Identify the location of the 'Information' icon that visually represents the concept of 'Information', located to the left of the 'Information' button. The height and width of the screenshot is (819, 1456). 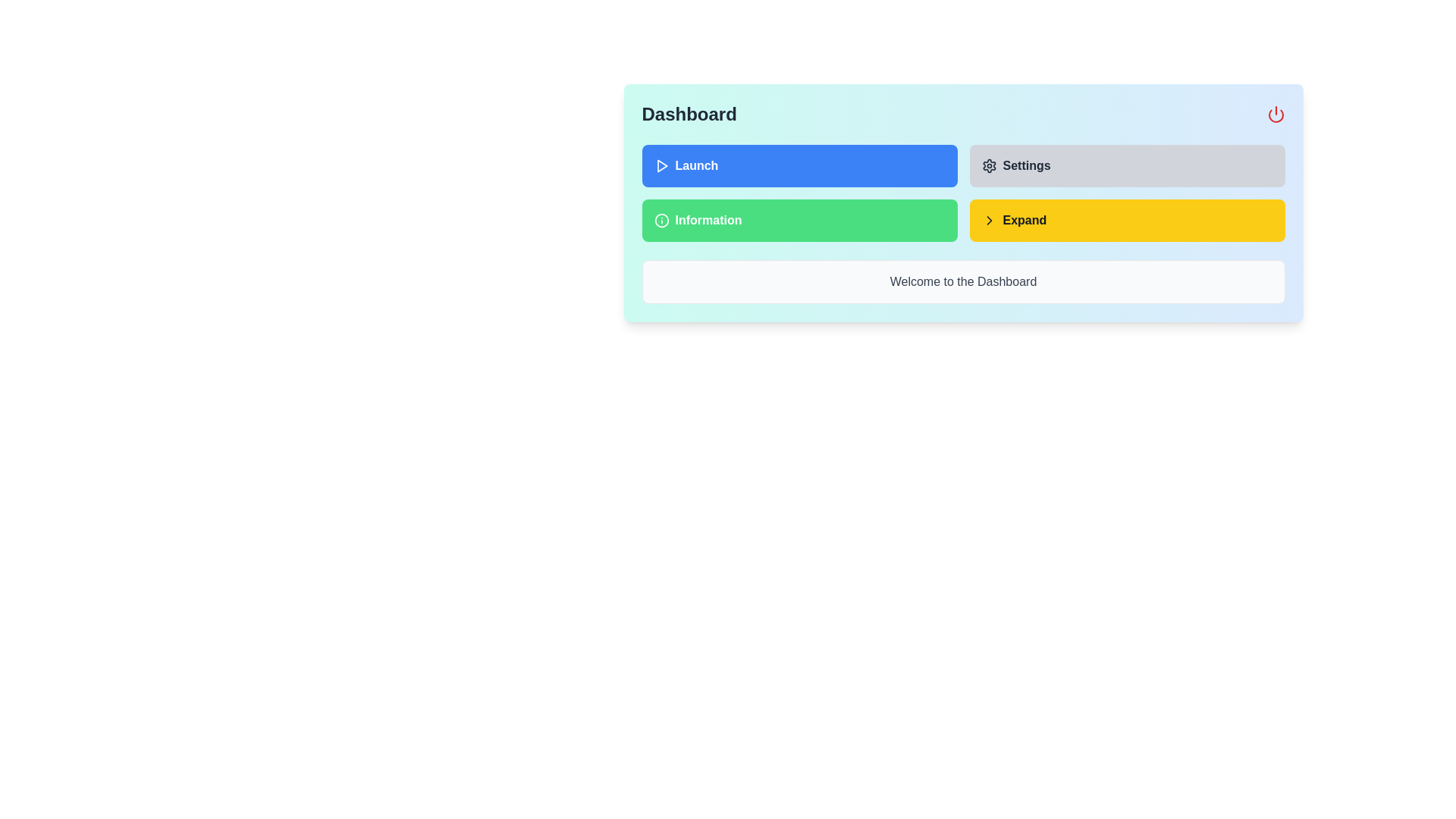
(661, 220).